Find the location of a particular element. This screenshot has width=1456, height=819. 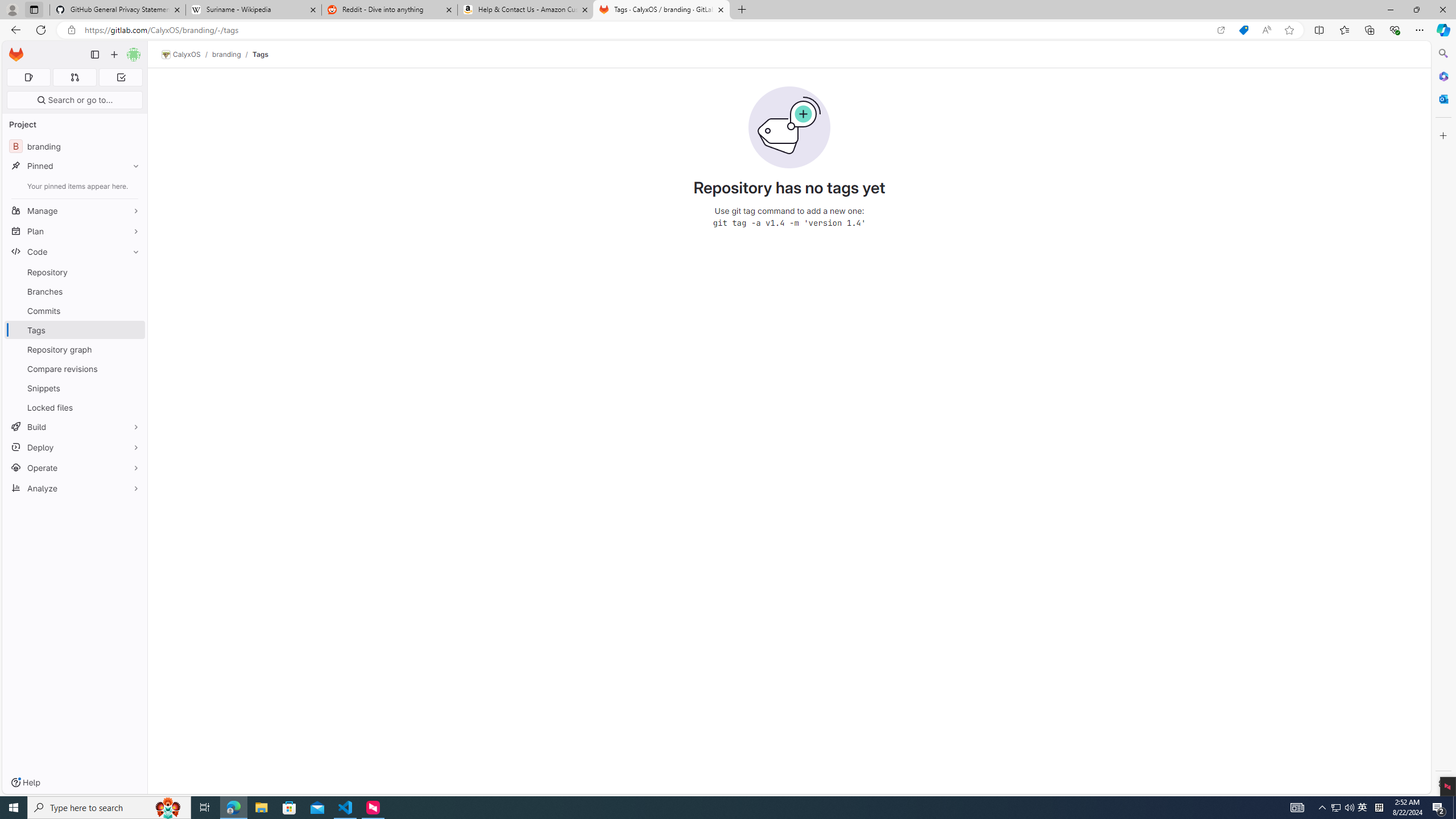

'CalyxOS' is located at coordinates (180, 54).